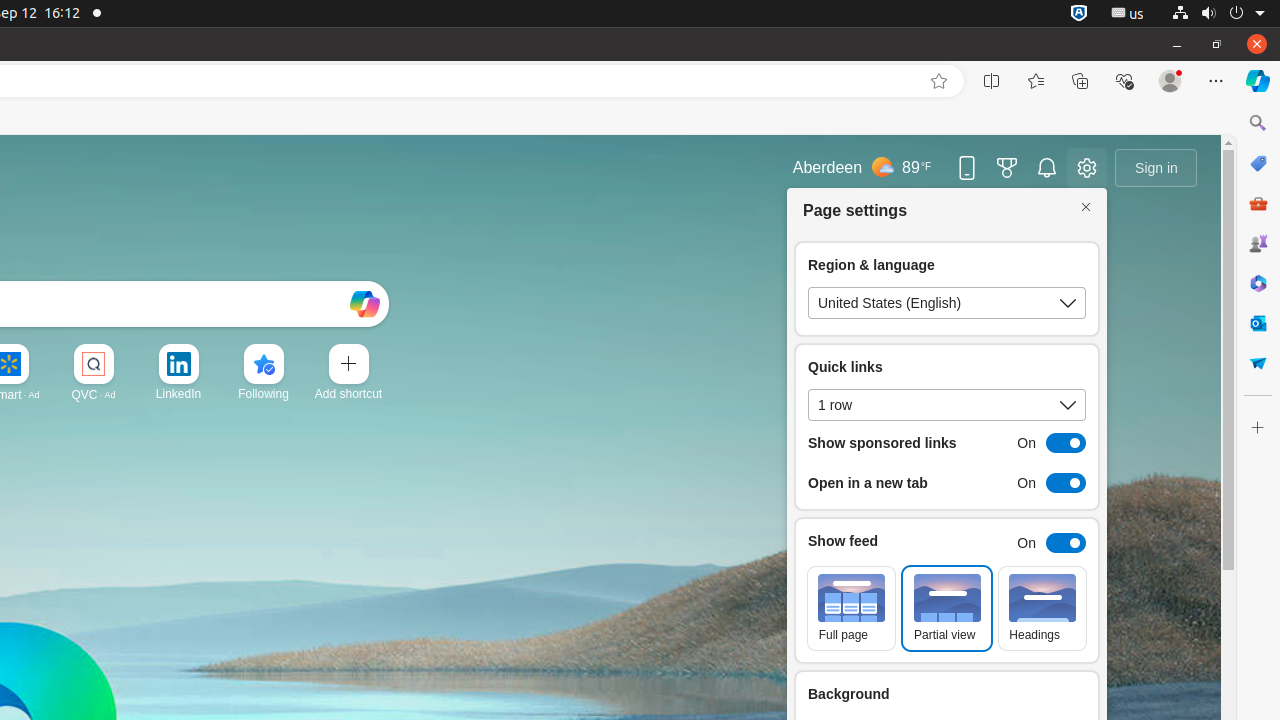 The width and height of the screenshot is (1280, 720). Describe the element at coordinates (262, 393) in the screenshot. I see `'Following'` at that location.